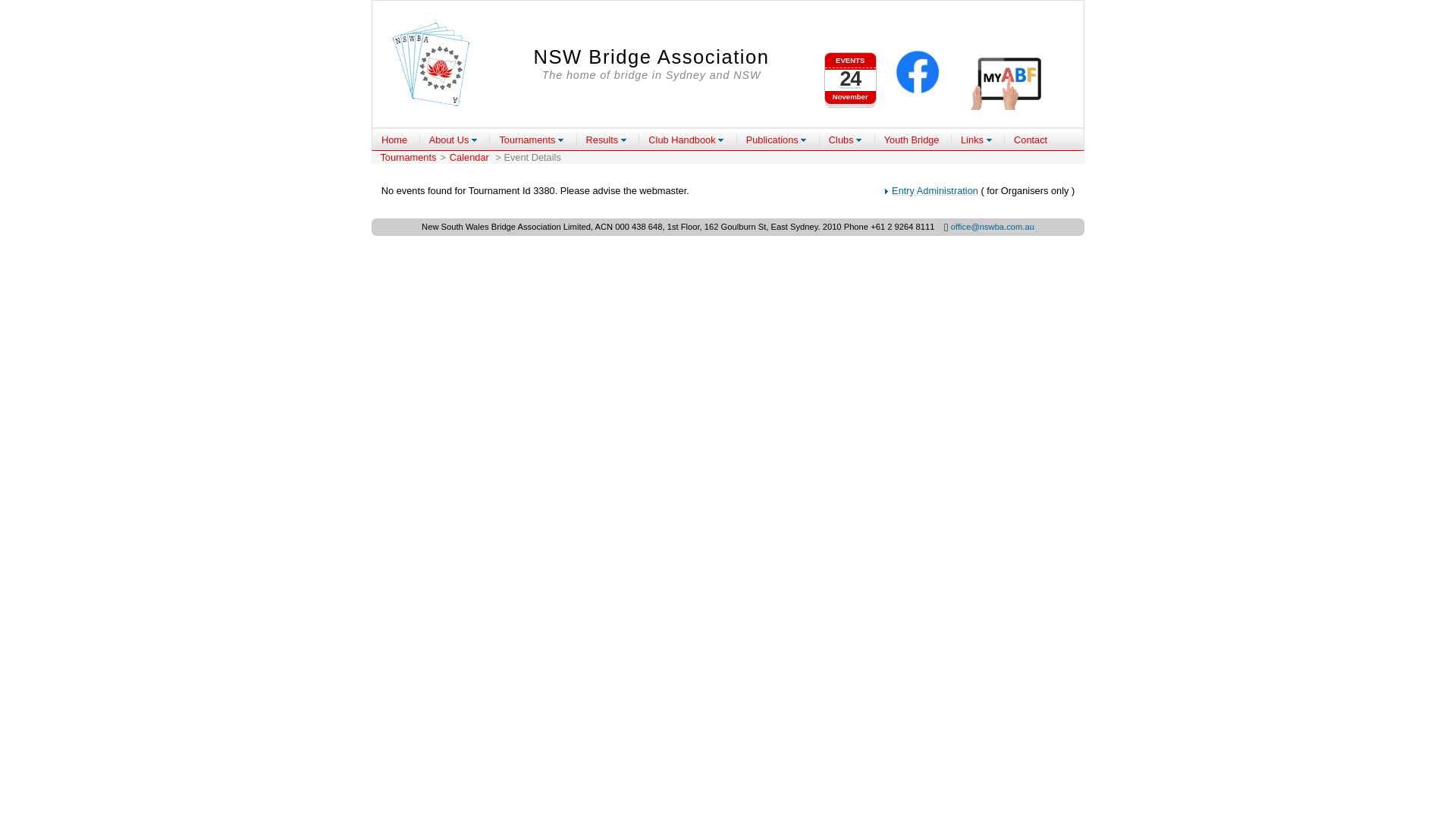  I want to click on 'Publications', so click(777, 140).